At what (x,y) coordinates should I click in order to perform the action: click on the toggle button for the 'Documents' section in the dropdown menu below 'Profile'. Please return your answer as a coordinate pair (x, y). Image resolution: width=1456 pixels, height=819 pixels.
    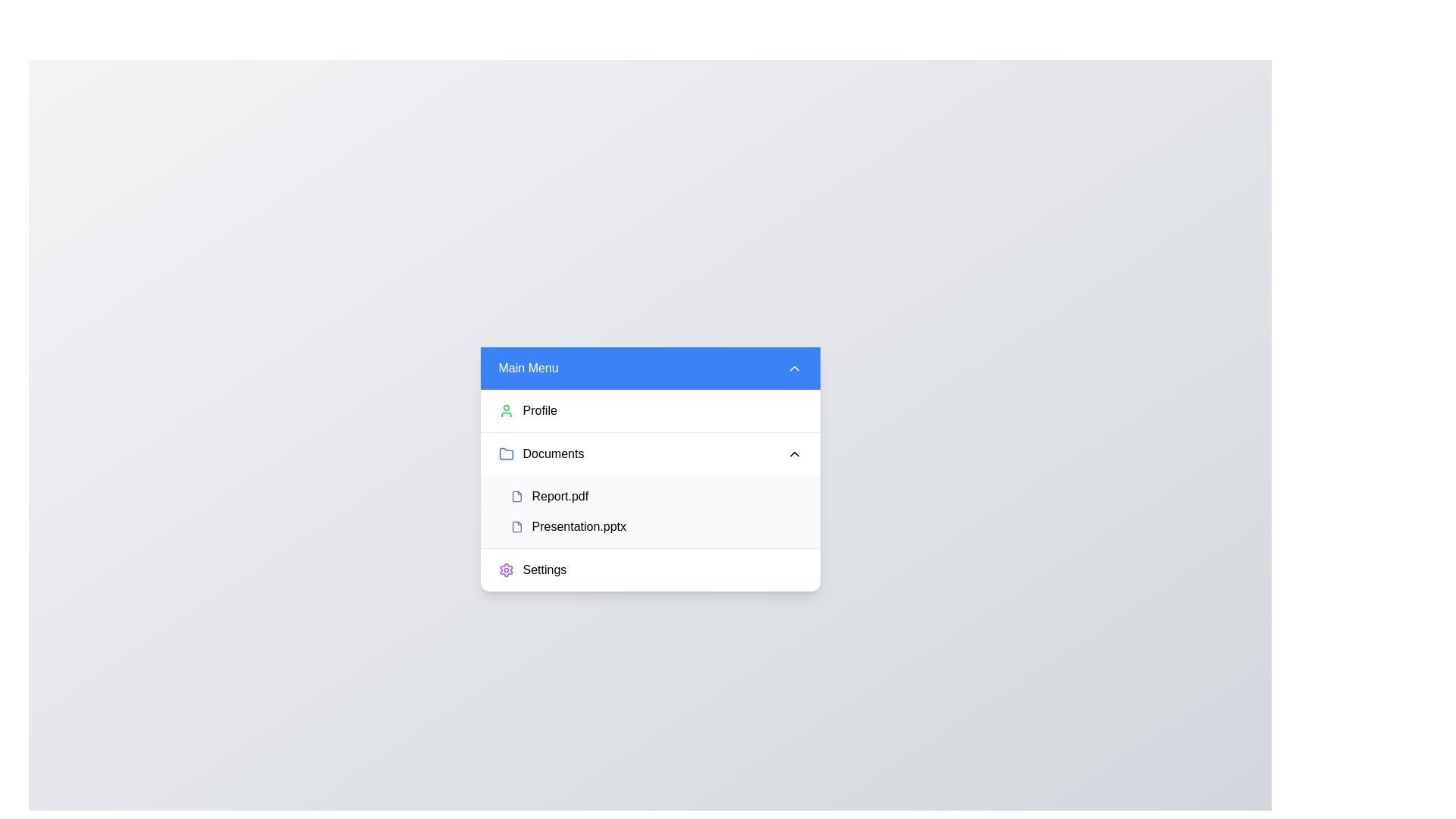
    Looking at the image, I should click on (650, 453).